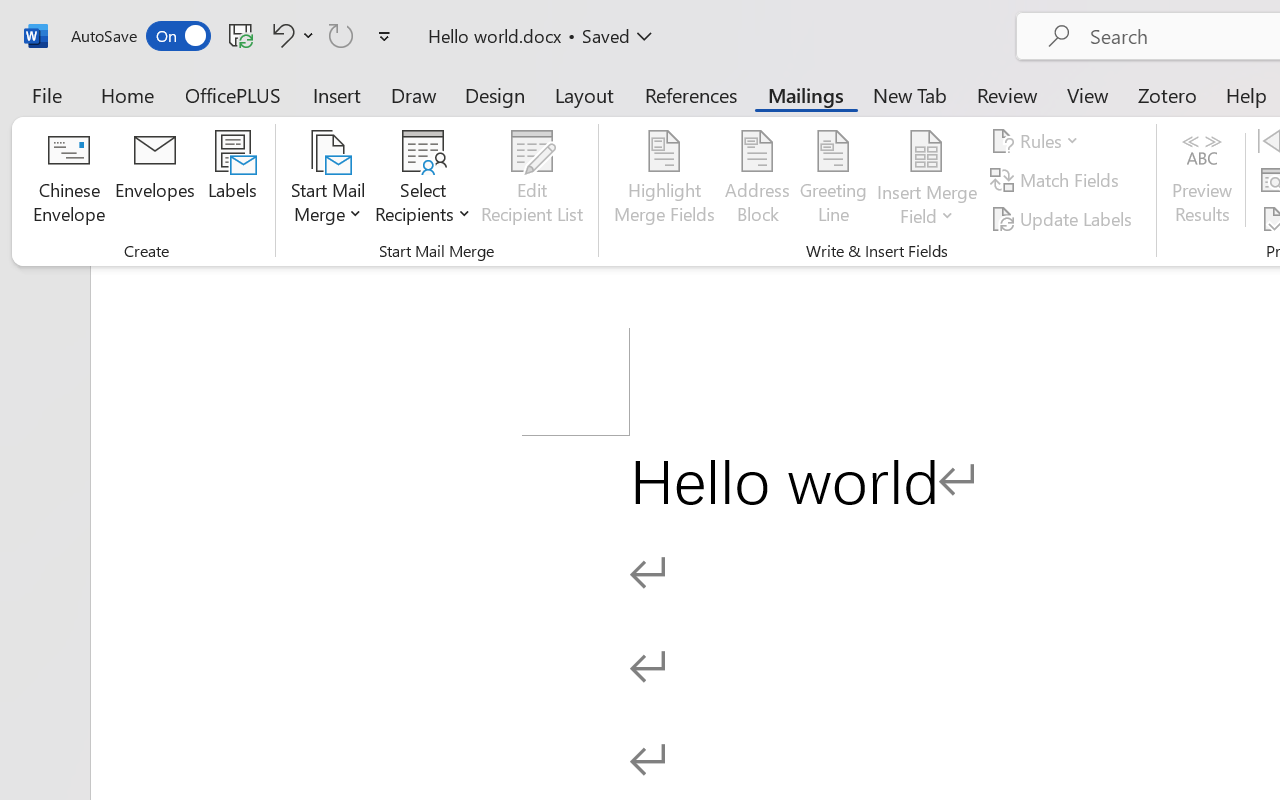  I want to click on 'Undo Click and Type Formatting', so click(289, 34).